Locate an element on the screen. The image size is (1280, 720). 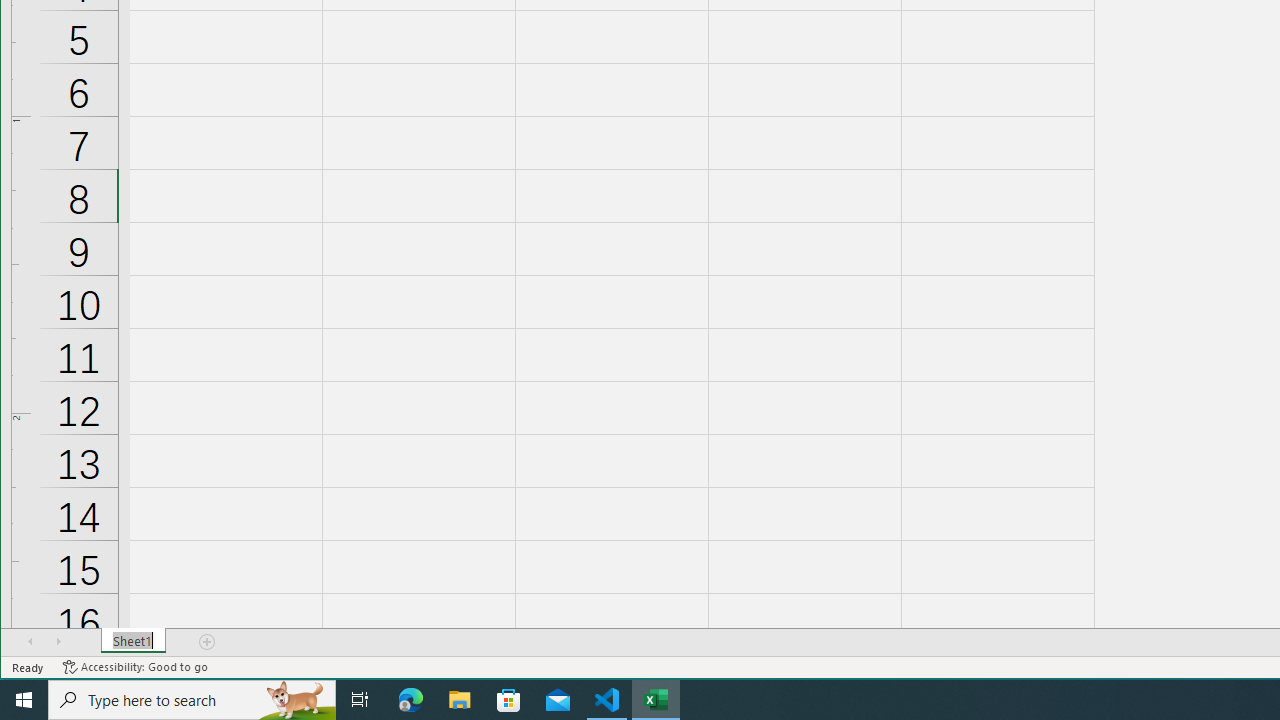
'Task View' is located at coordinates (359, 698).